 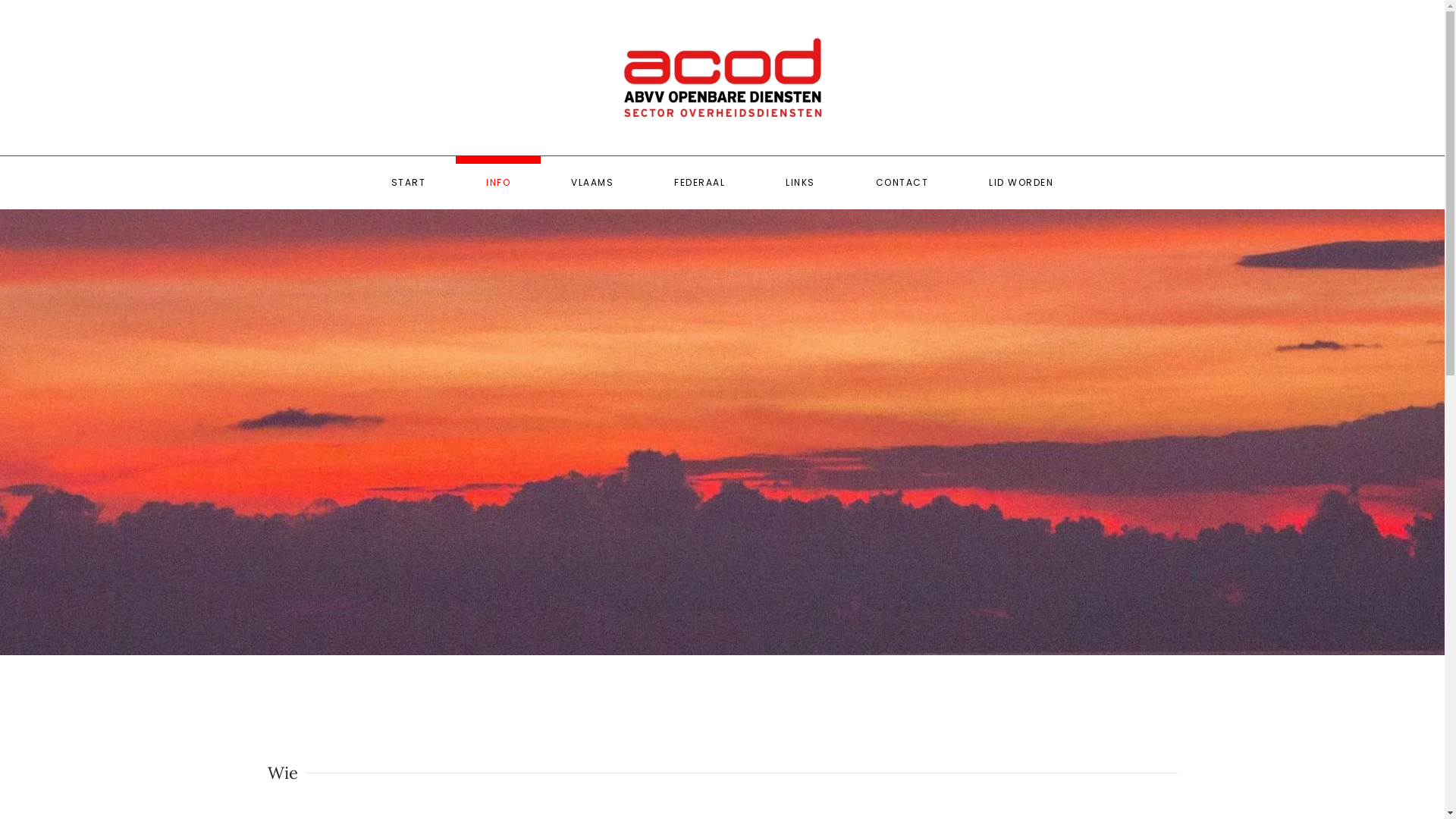 What do you see at coordinates (698, 181) in the screenshot?
I see `'FEDERAAL'` at bounding box center [698, 181].